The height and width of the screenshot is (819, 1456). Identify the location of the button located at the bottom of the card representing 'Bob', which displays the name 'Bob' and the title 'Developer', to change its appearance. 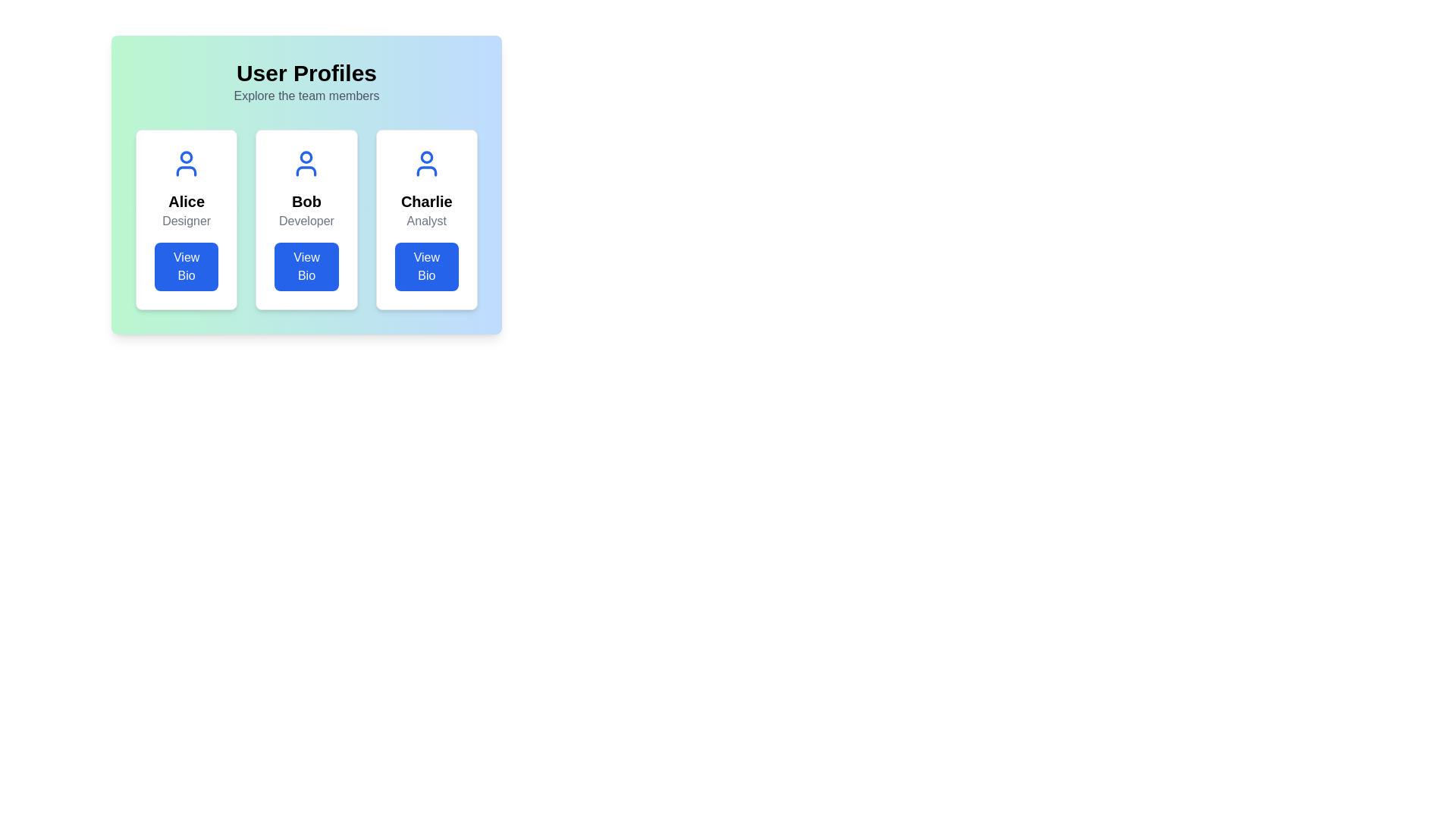
(306, 265).